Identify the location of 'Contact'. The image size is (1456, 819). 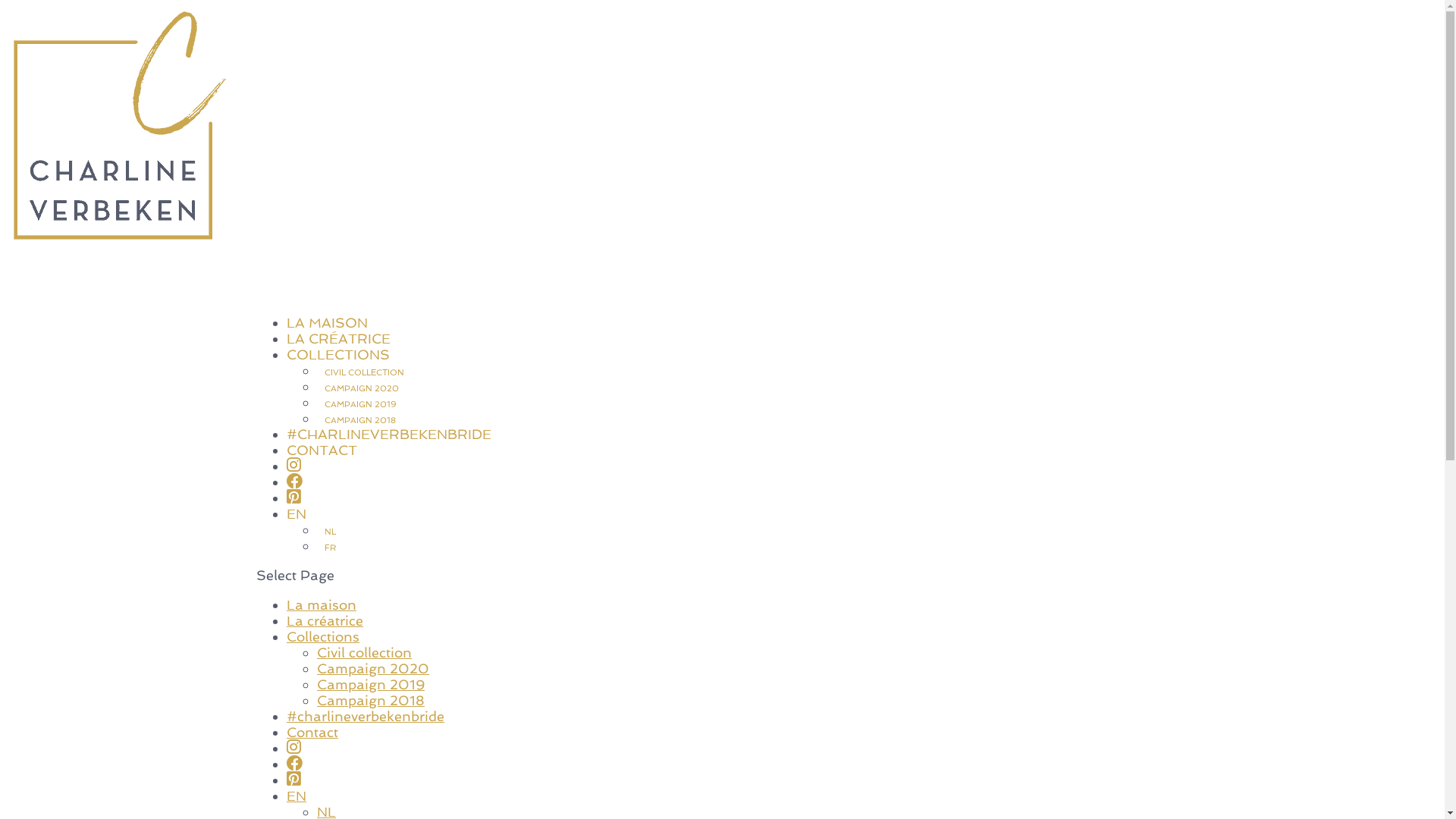
(312, 731).